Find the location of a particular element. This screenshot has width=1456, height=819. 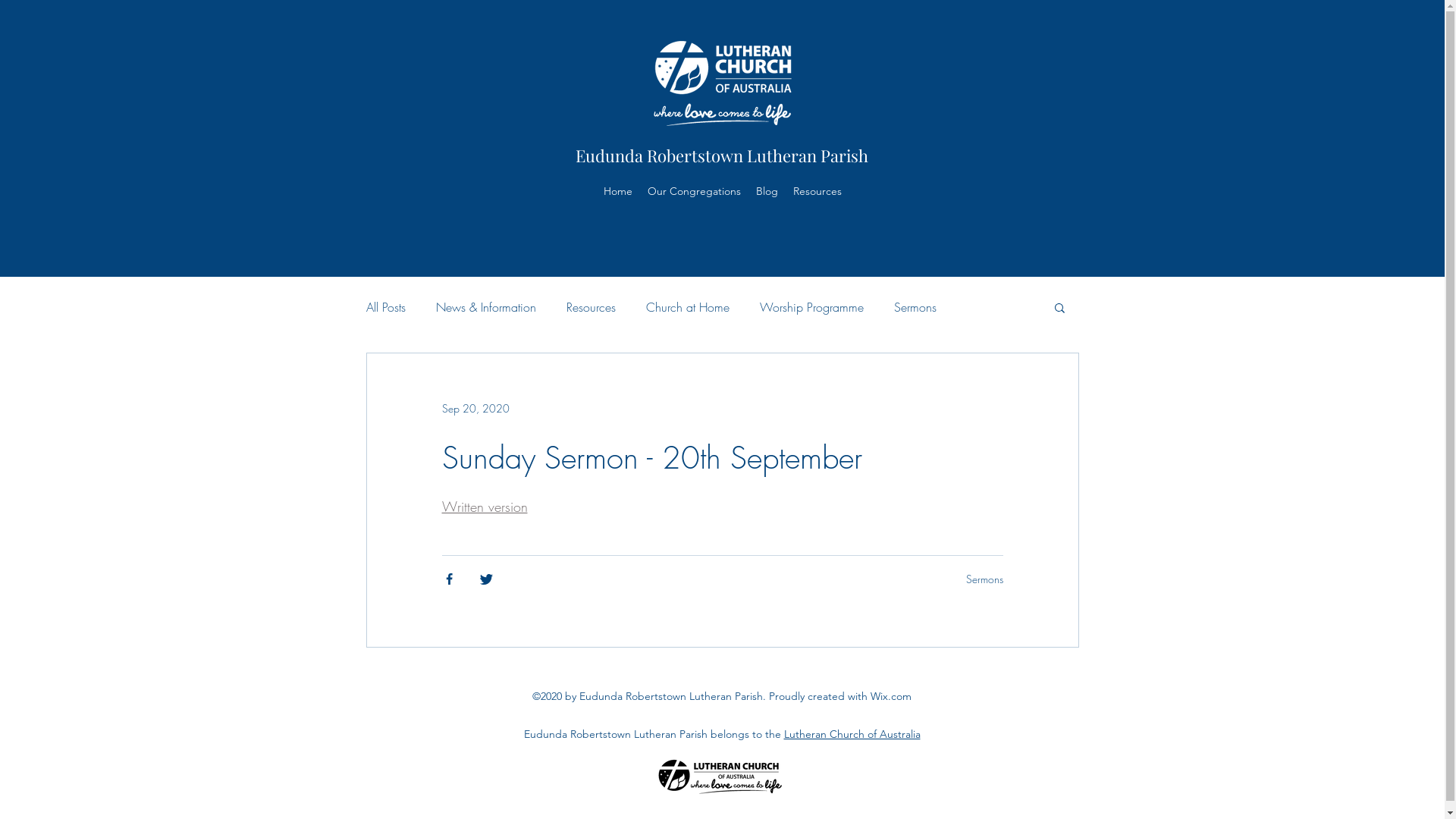

'Church at Home' is located at coordinates (687, 307).